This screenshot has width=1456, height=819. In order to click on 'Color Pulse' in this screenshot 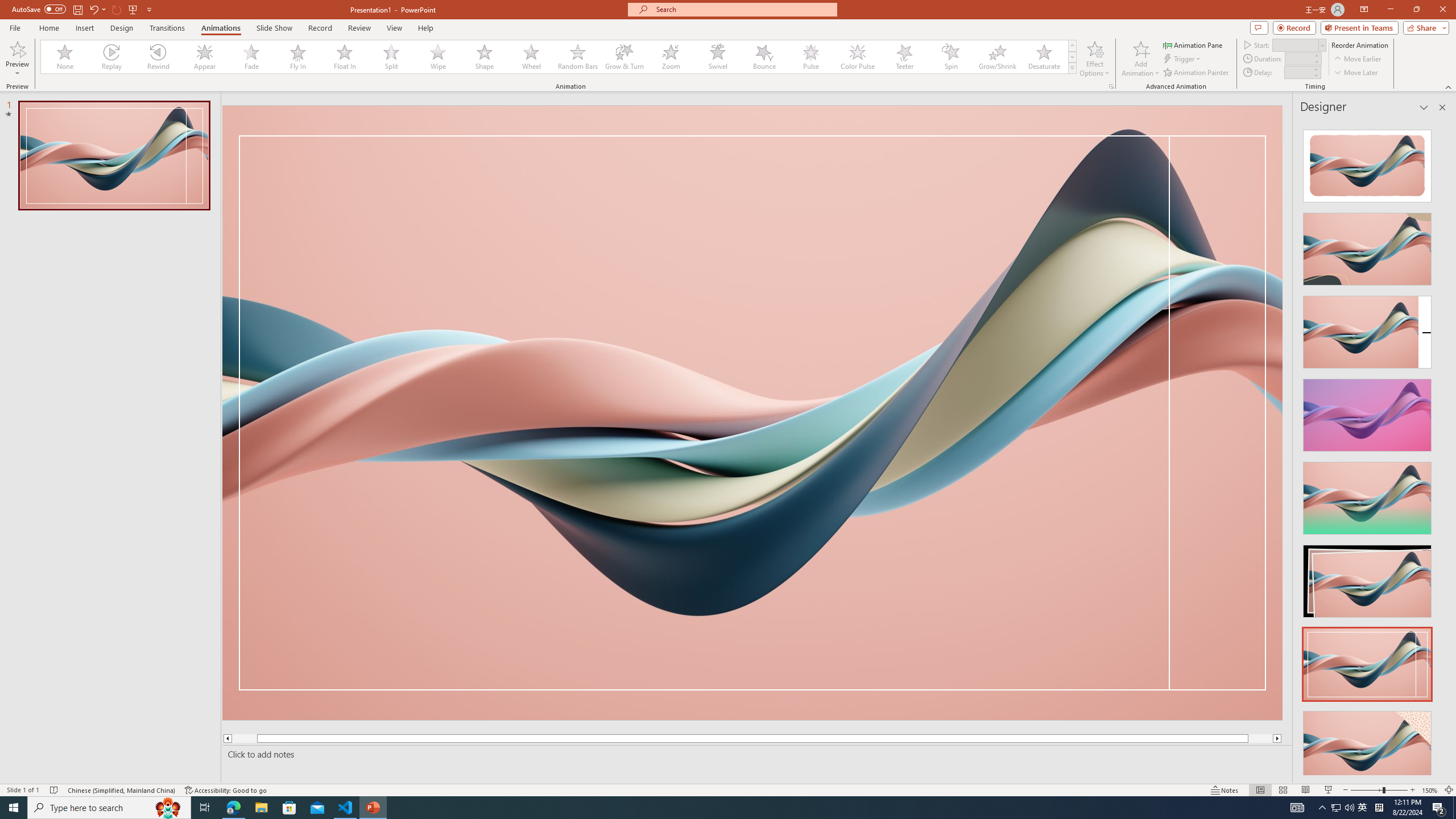, I will do `click(857, 56)`.